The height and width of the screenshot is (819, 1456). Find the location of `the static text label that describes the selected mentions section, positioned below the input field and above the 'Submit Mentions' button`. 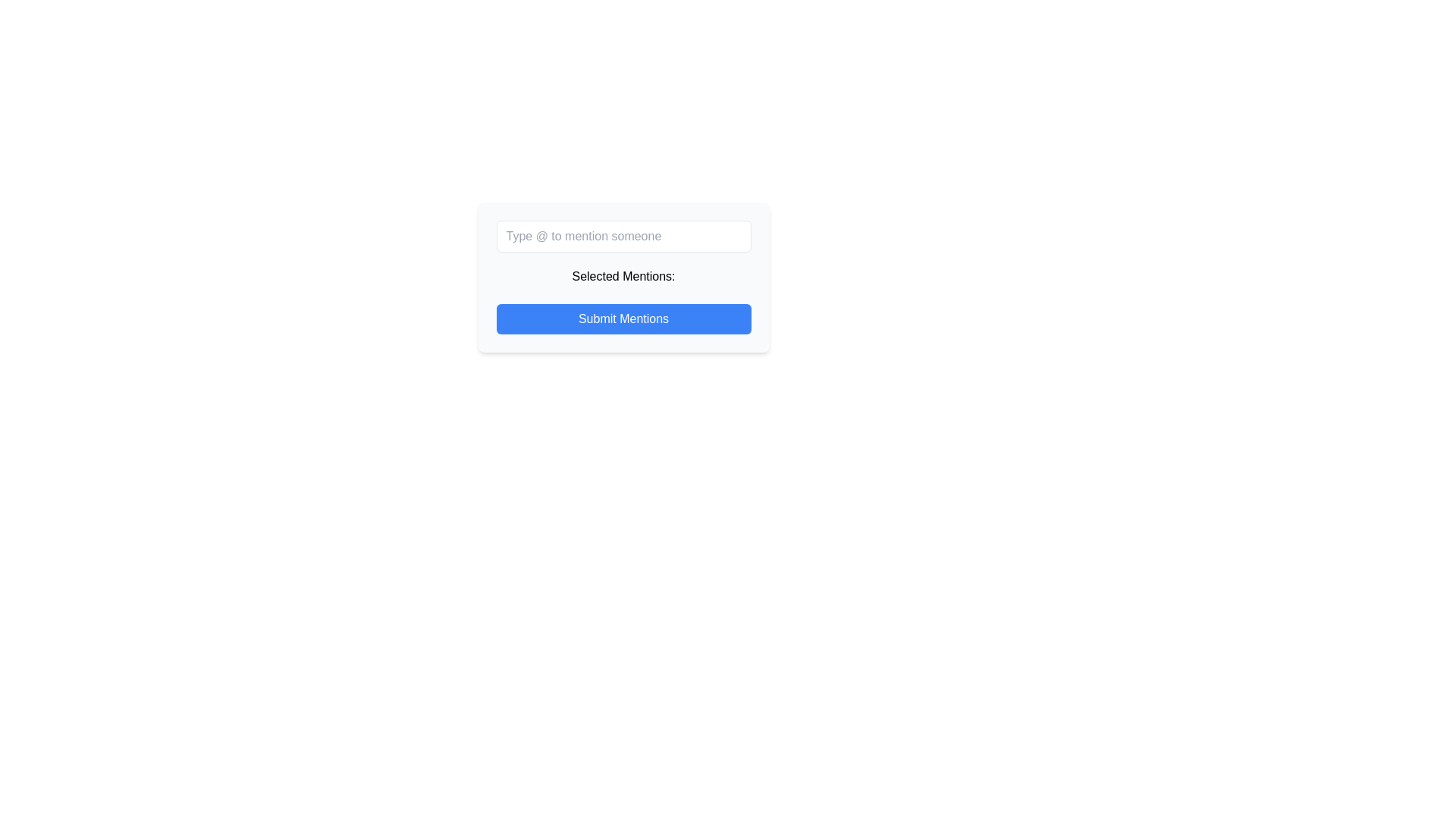

the static text label that describes the selected mentions section, positioned below the input field and above the 'Submit Mentions' button is located at coordinates (623, 277).